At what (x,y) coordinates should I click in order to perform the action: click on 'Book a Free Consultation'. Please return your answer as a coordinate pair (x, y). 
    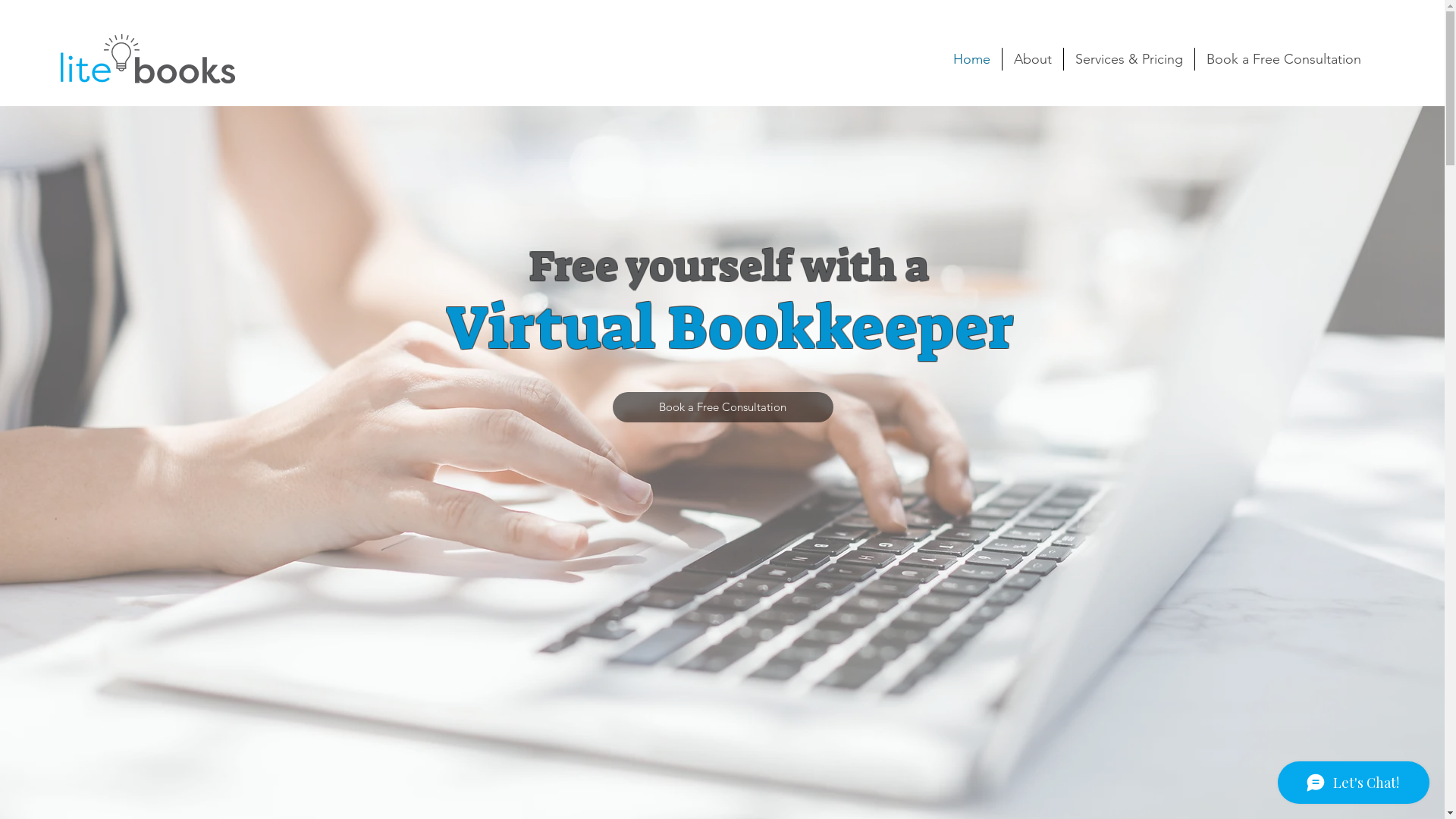
    Looking at the image, I should click on (722, 406).